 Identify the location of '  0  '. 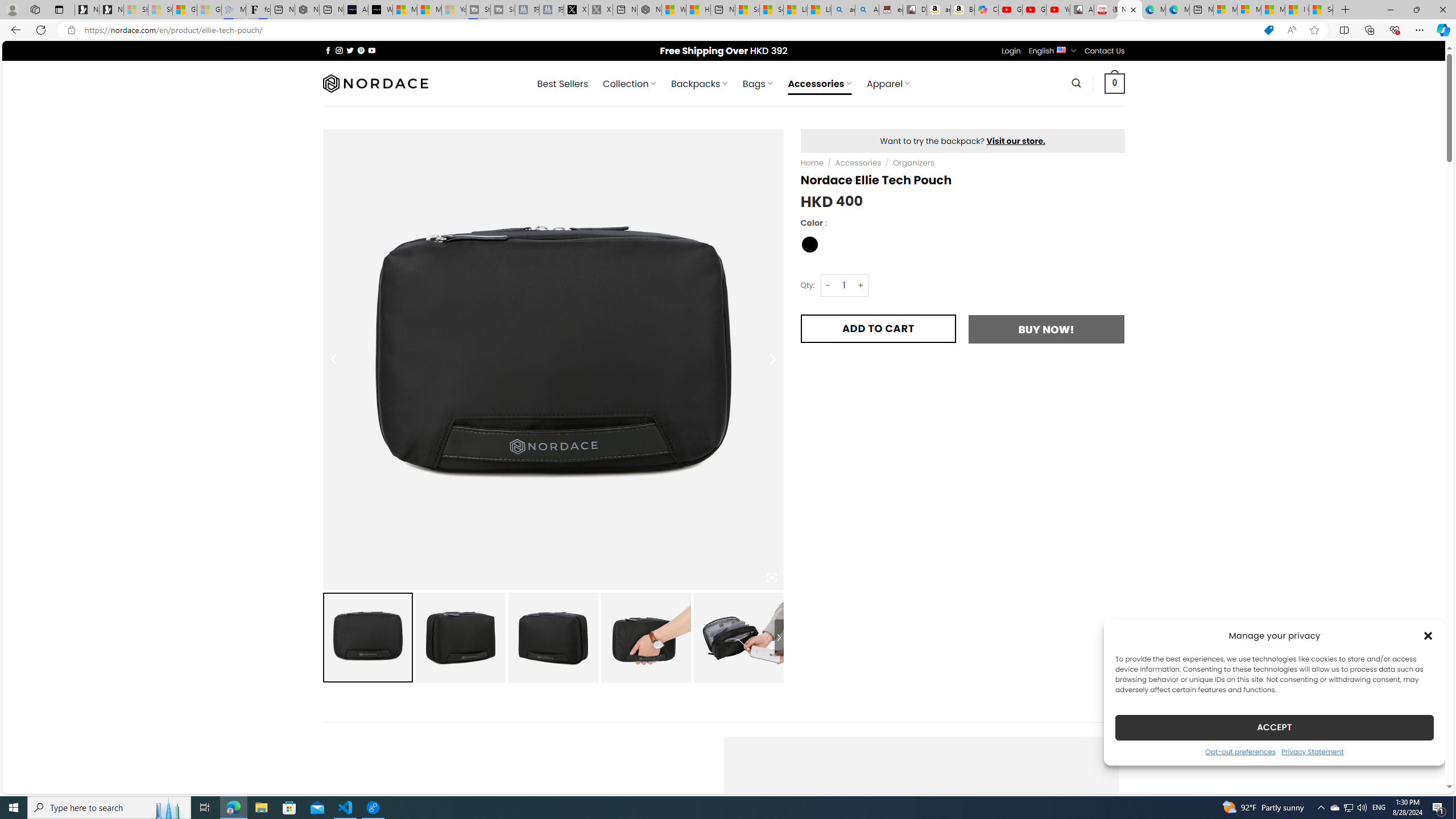
(1115, 82).